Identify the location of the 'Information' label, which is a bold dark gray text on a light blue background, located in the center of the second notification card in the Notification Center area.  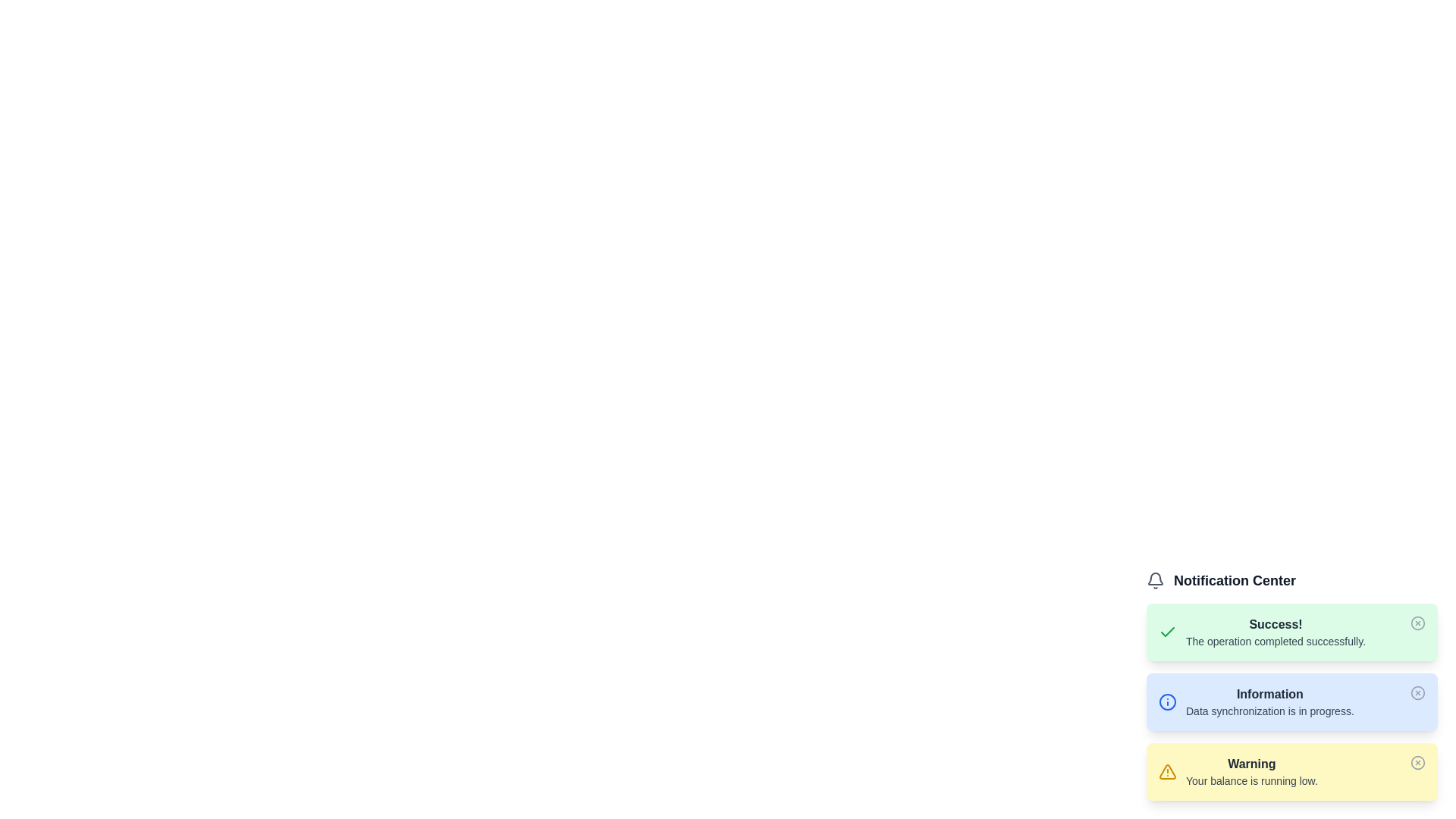
(1269, 694).